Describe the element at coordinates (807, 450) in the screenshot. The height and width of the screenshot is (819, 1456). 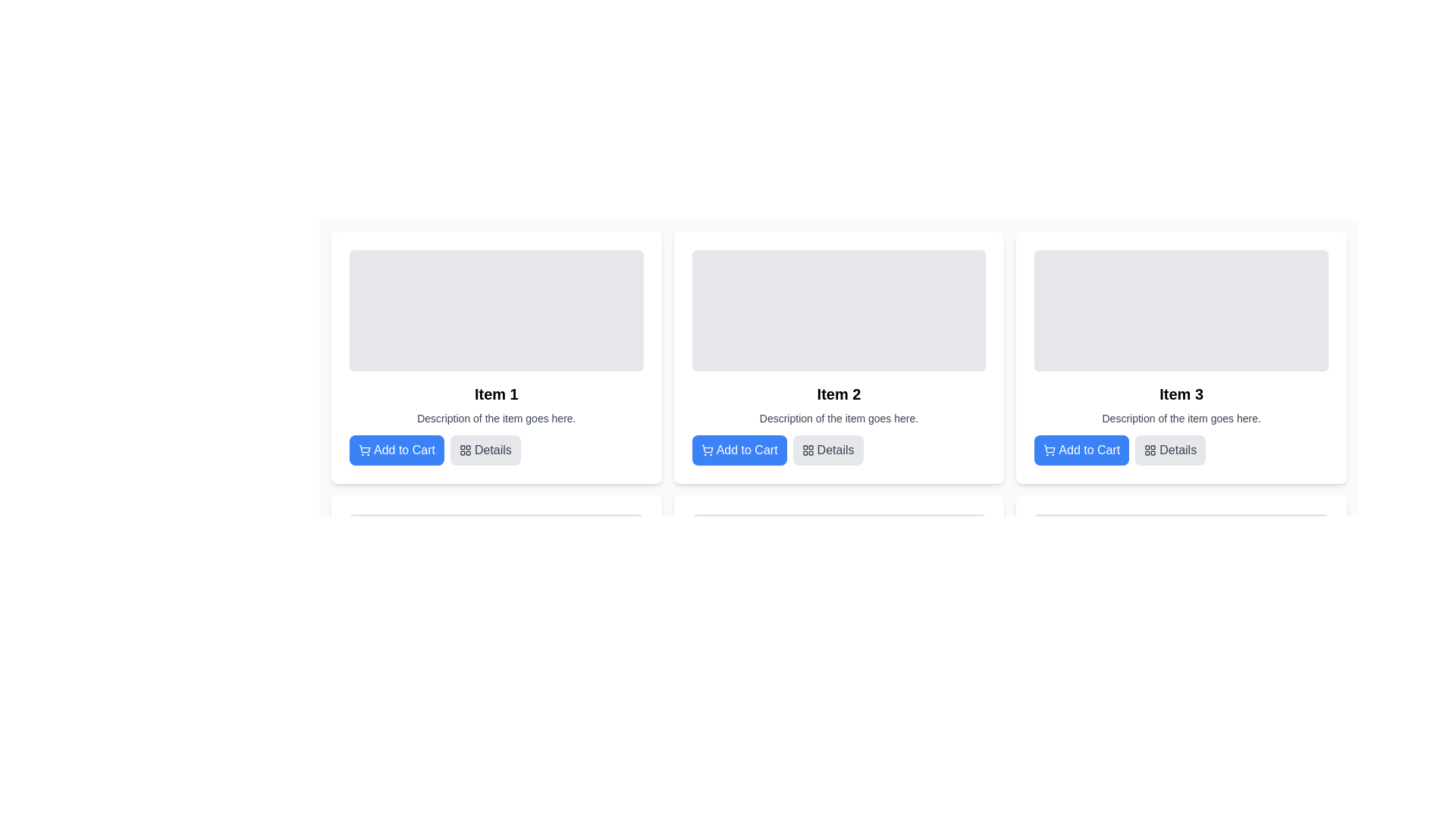
I see `the 'Details' button icon associated with 'Item 2', located in the second column of the grid, positioned to the left of the text label 'Details'` at that location.